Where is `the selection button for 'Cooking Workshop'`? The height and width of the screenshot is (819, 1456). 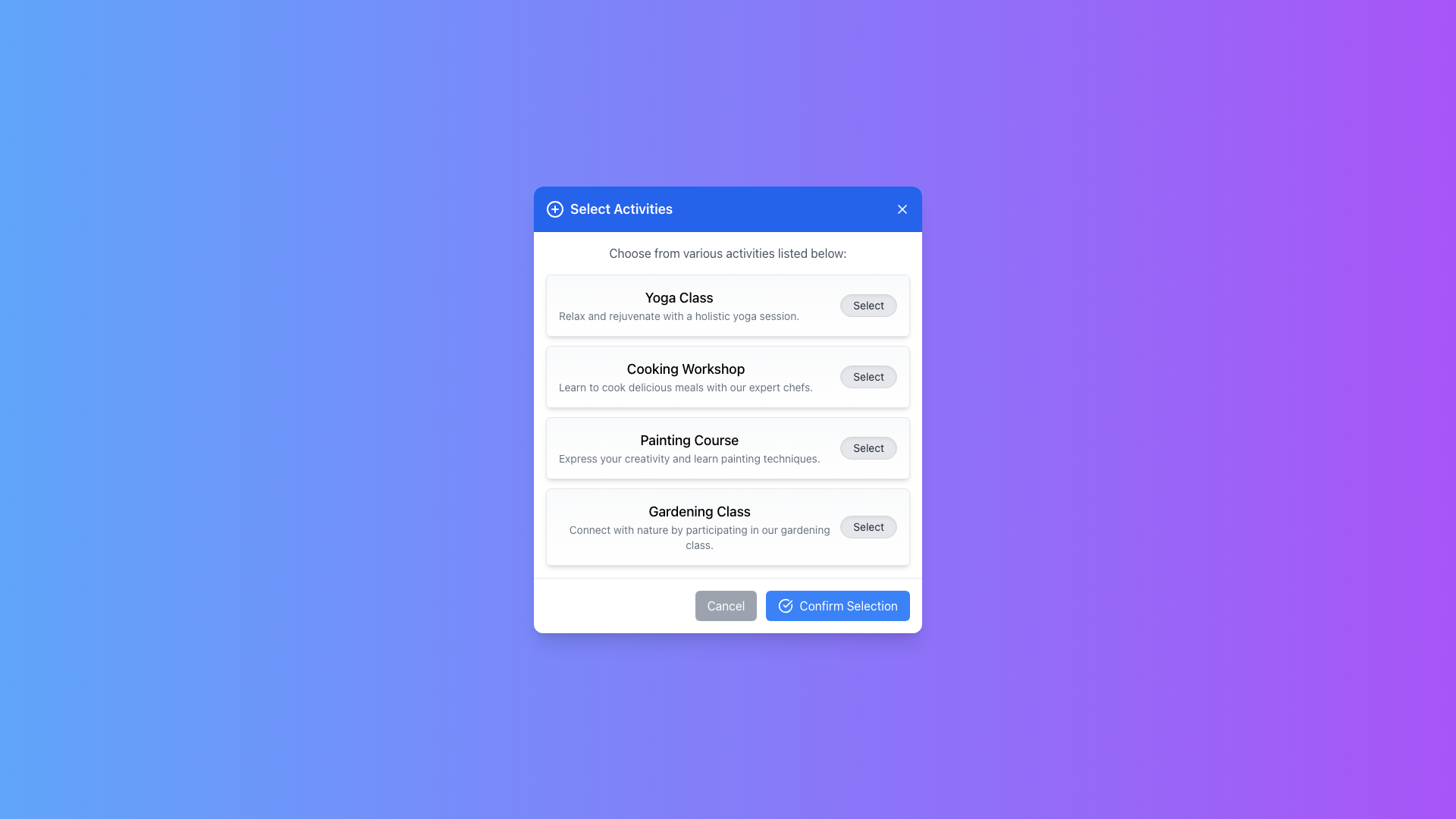
the selection button for 'Cooking Workshop' is located at coordinates (868, 375).